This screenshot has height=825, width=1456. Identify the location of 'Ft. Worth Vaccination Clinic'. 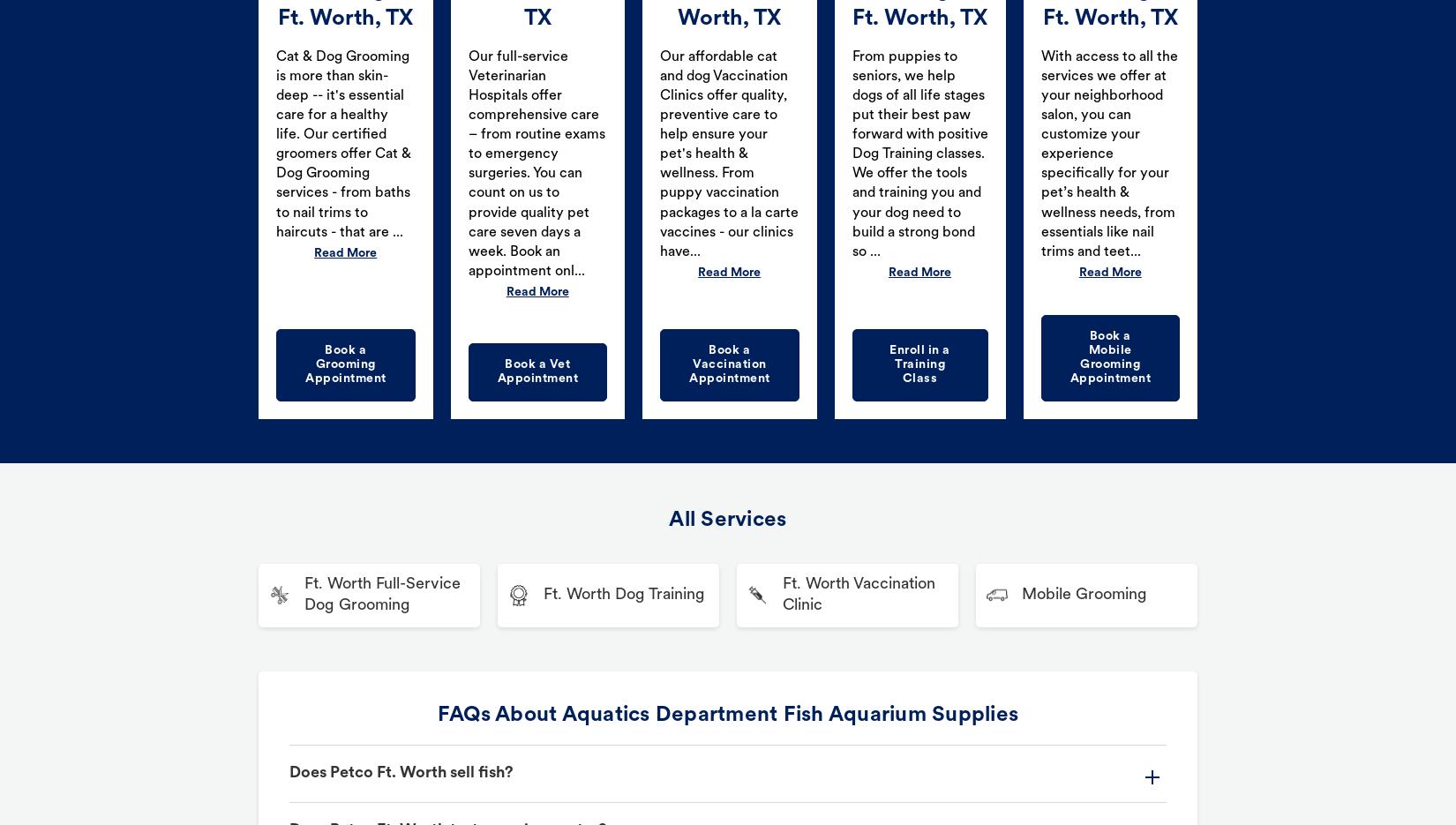
(859, 594).